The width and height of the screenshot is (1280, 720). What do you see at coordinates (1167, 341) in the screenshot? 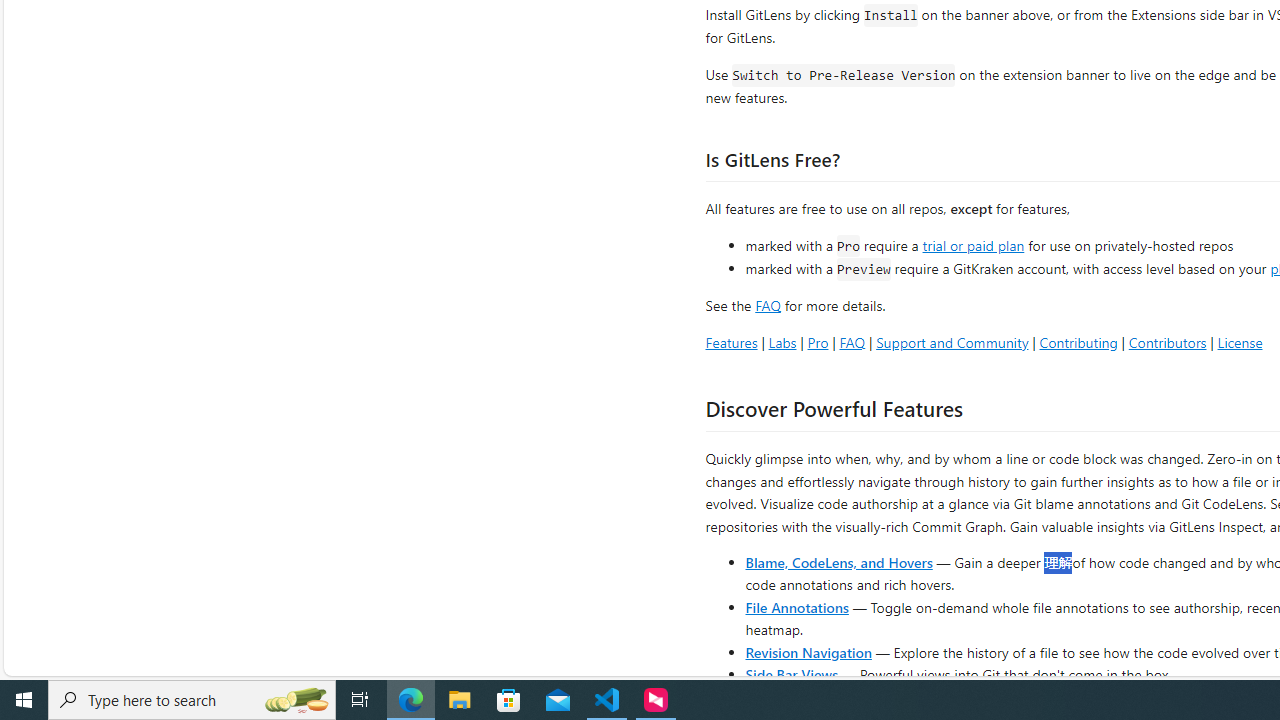
I see `'Contributors'` at bounding box center [1167, 341].